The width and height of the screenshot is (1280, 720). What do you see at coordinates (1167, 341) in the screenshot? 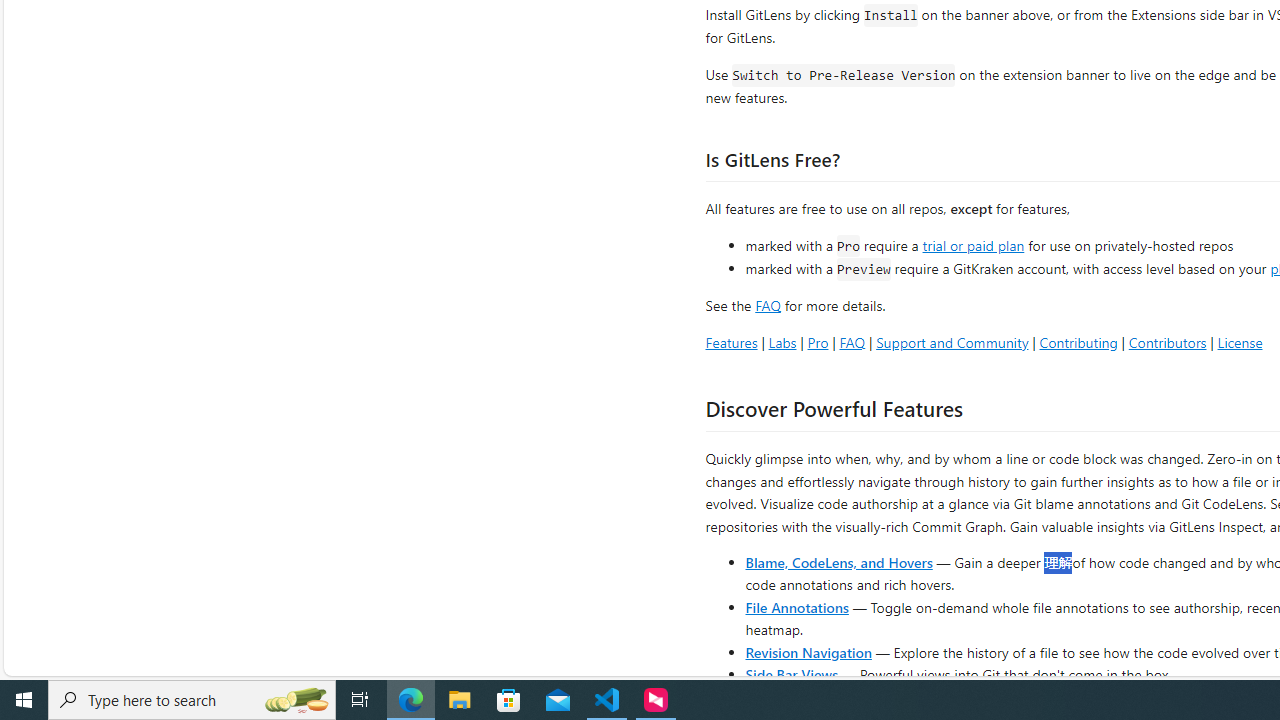
I see `'Contributors'` at bounding box center [1167, 341].